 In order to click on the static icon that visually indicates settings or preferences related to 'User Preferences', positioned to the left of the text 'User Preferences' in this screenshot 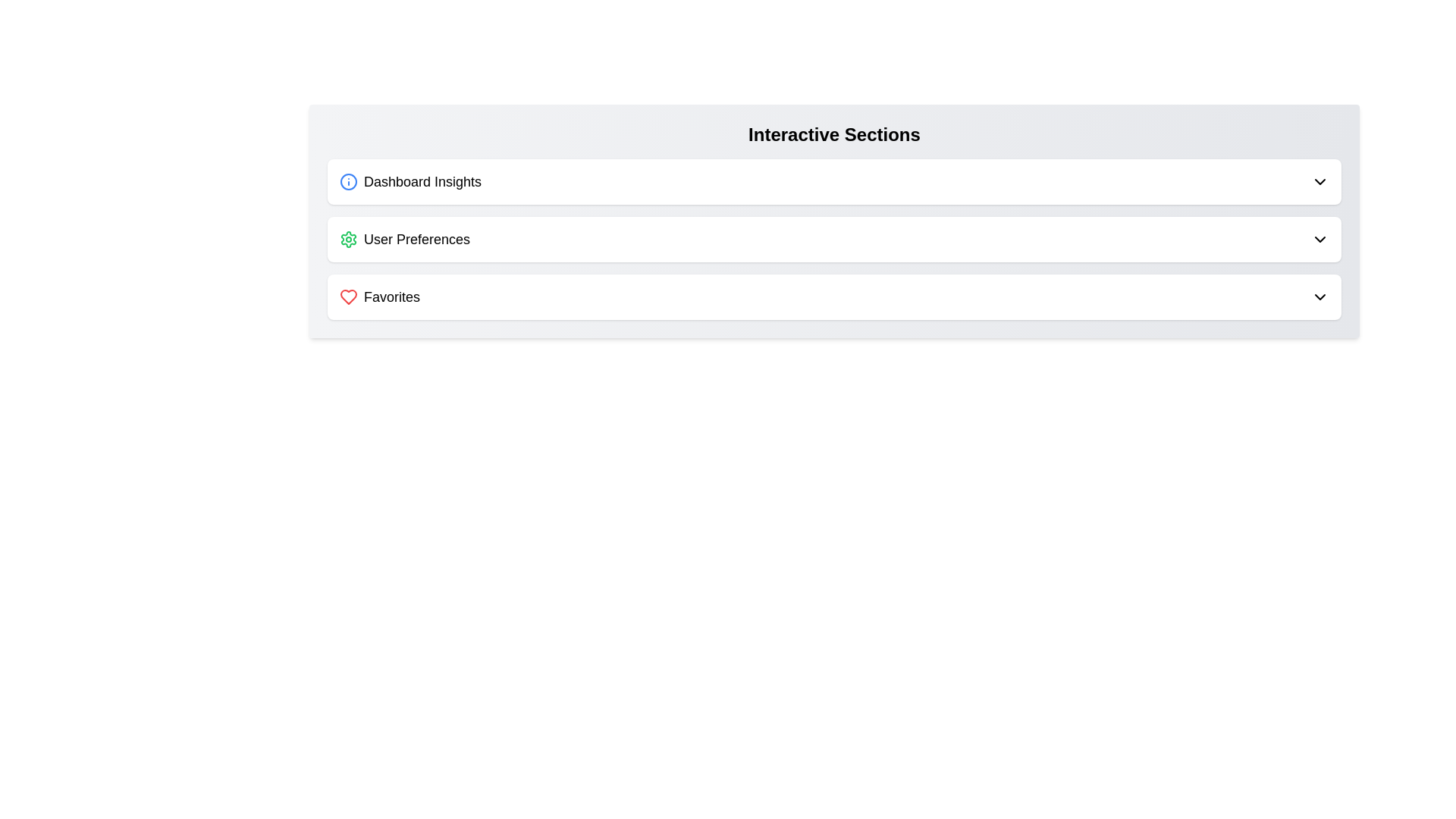, I will do `click(348, 239)`.